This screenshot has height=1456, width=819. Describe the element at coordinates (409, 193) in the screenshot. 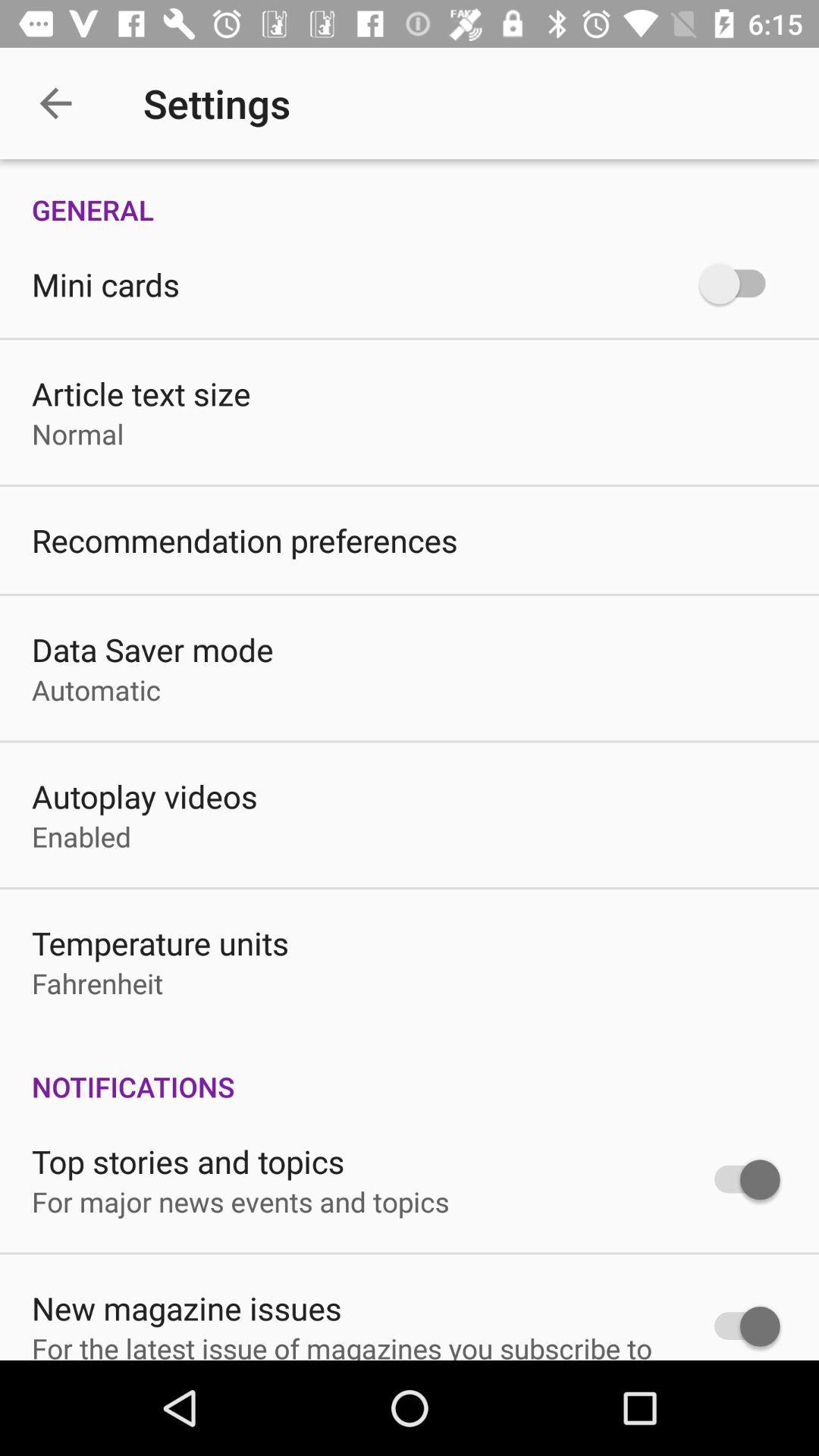

I see `general icon` at that location.